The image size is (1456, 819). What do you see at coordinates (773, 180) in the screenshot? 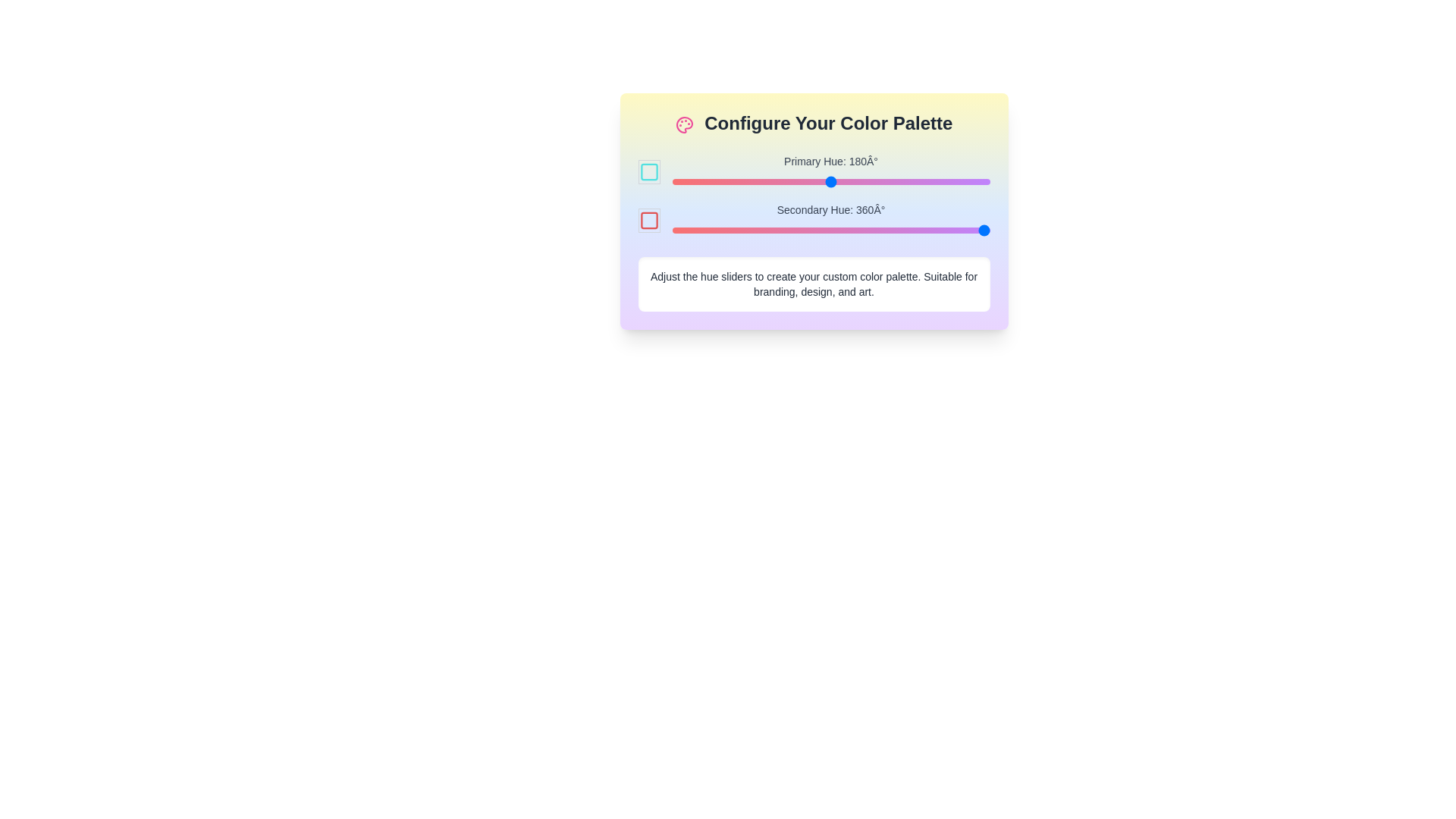
I see `the primary hue slider to 115 degrees` at bounding box center [773, 180].